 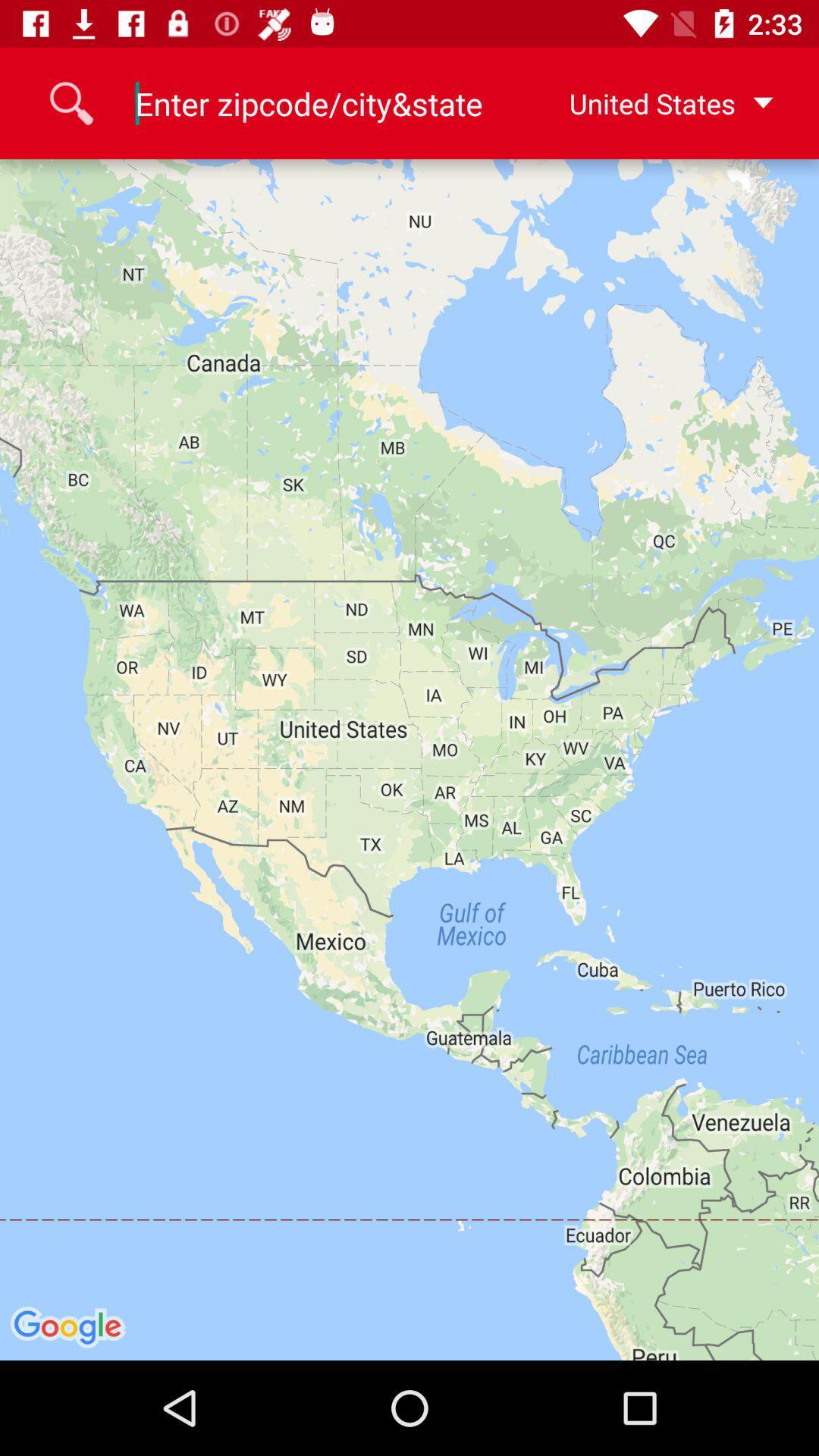 I want to click on the united states at the top right corner, so click(x=647, y=102).